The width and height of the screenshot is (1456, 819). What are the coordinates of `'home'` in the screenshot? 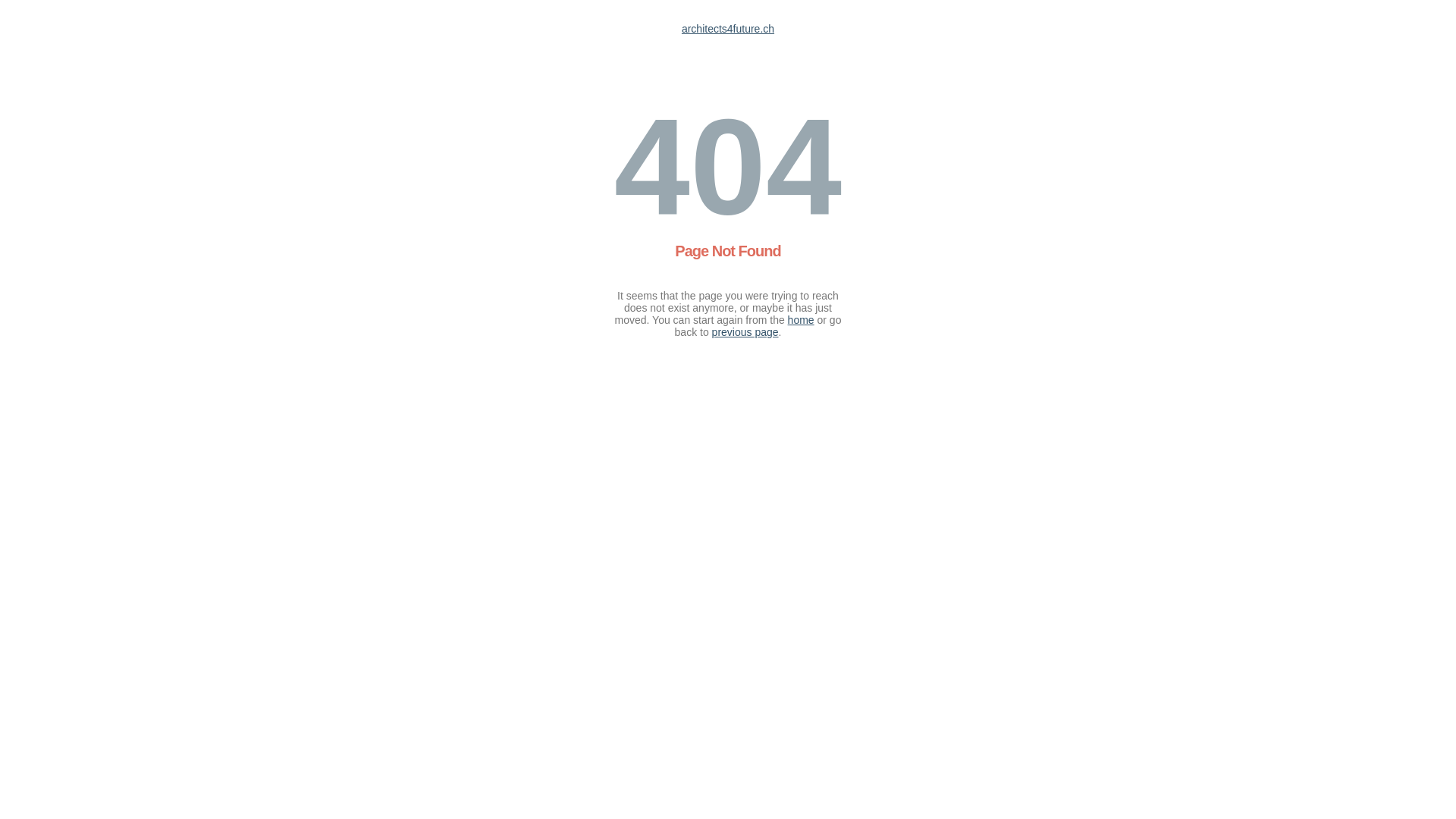 It's located at (800, 318).